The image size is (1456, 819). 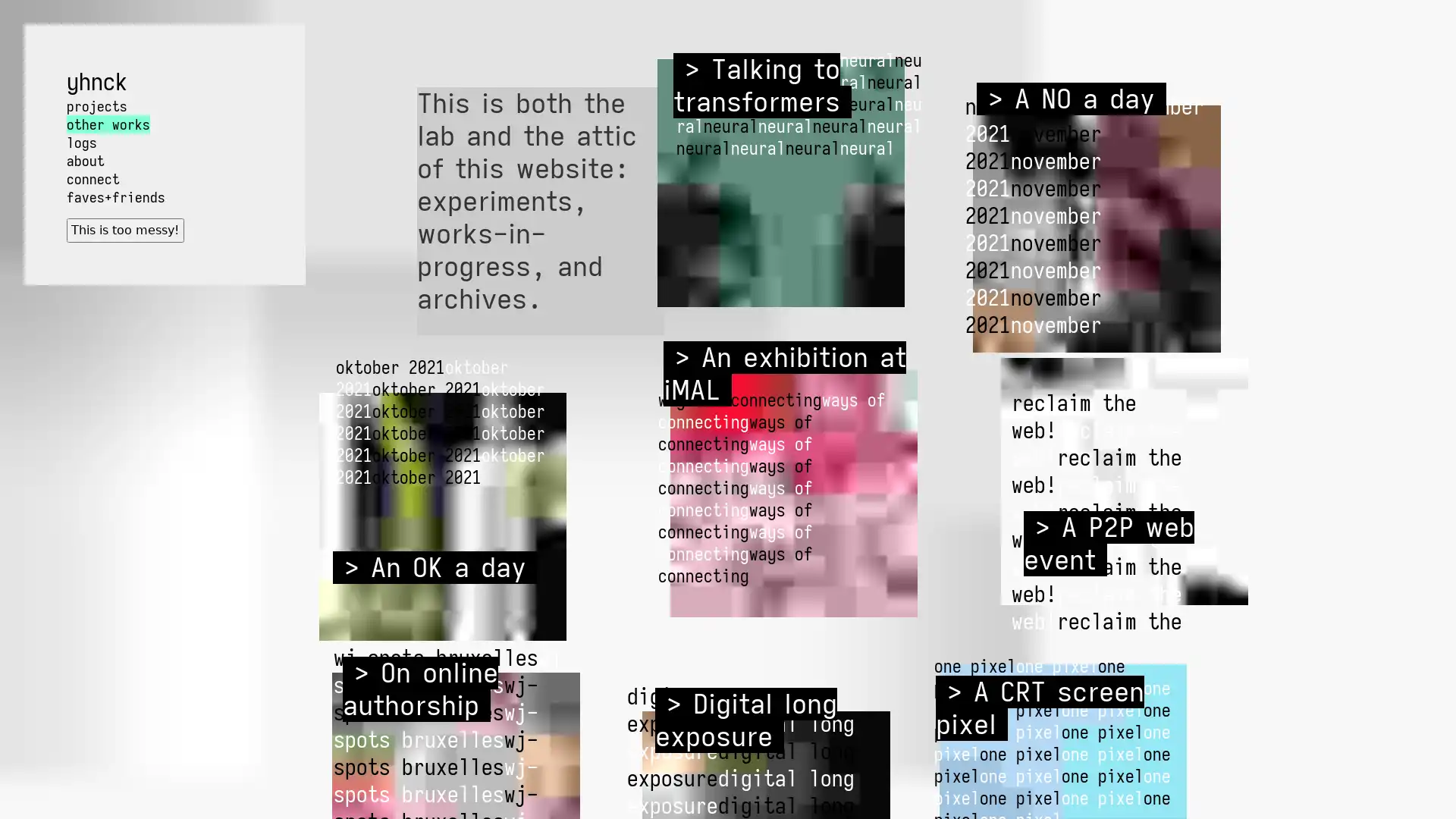 What do you see at coordinates (124, 230) in the screenshot?
I see `This is too messy!` at bounding box center [124, 230].